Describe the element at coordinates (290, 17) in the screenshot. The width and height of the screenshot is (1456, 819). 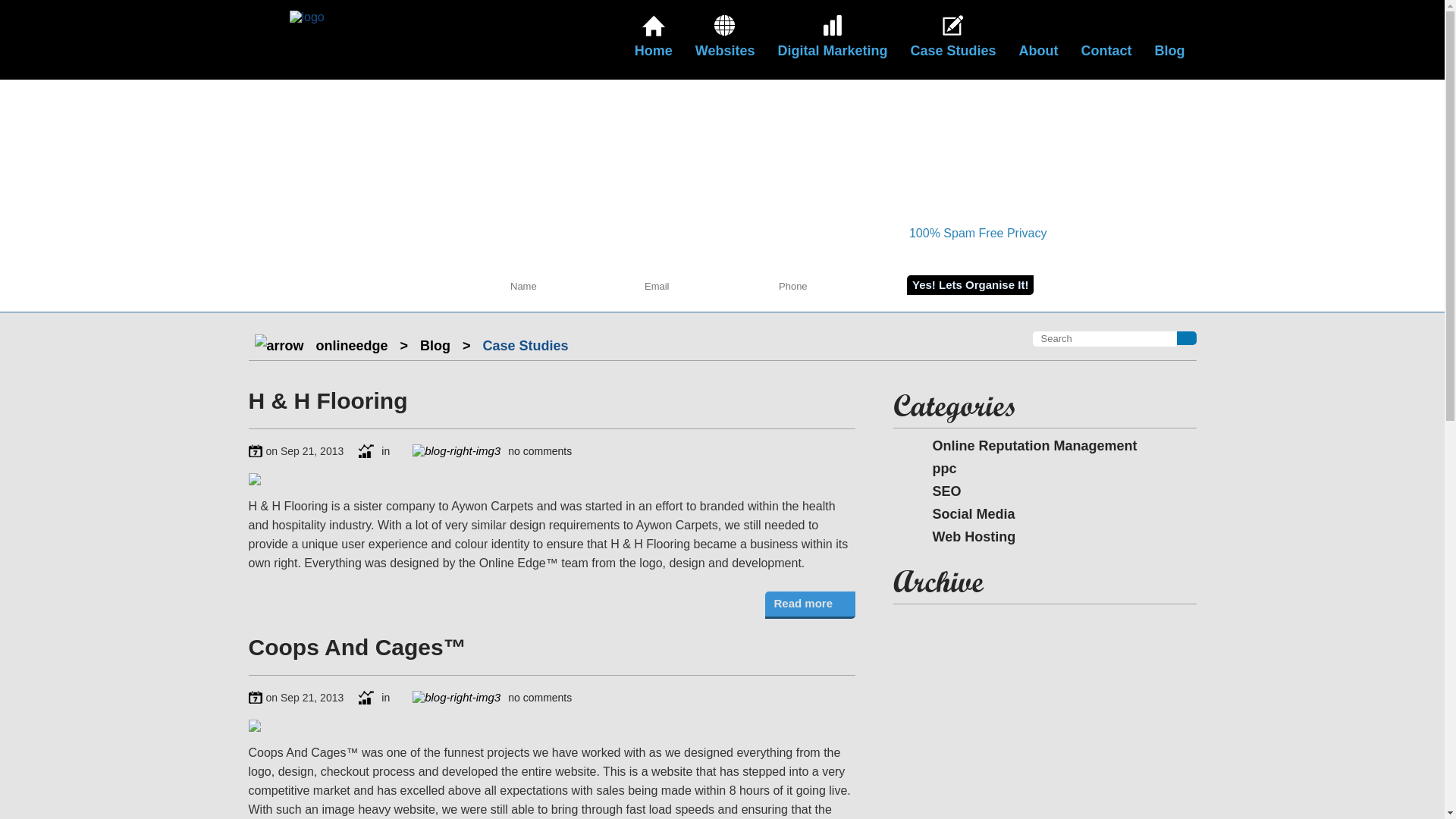
I see `'logo'` at that location.